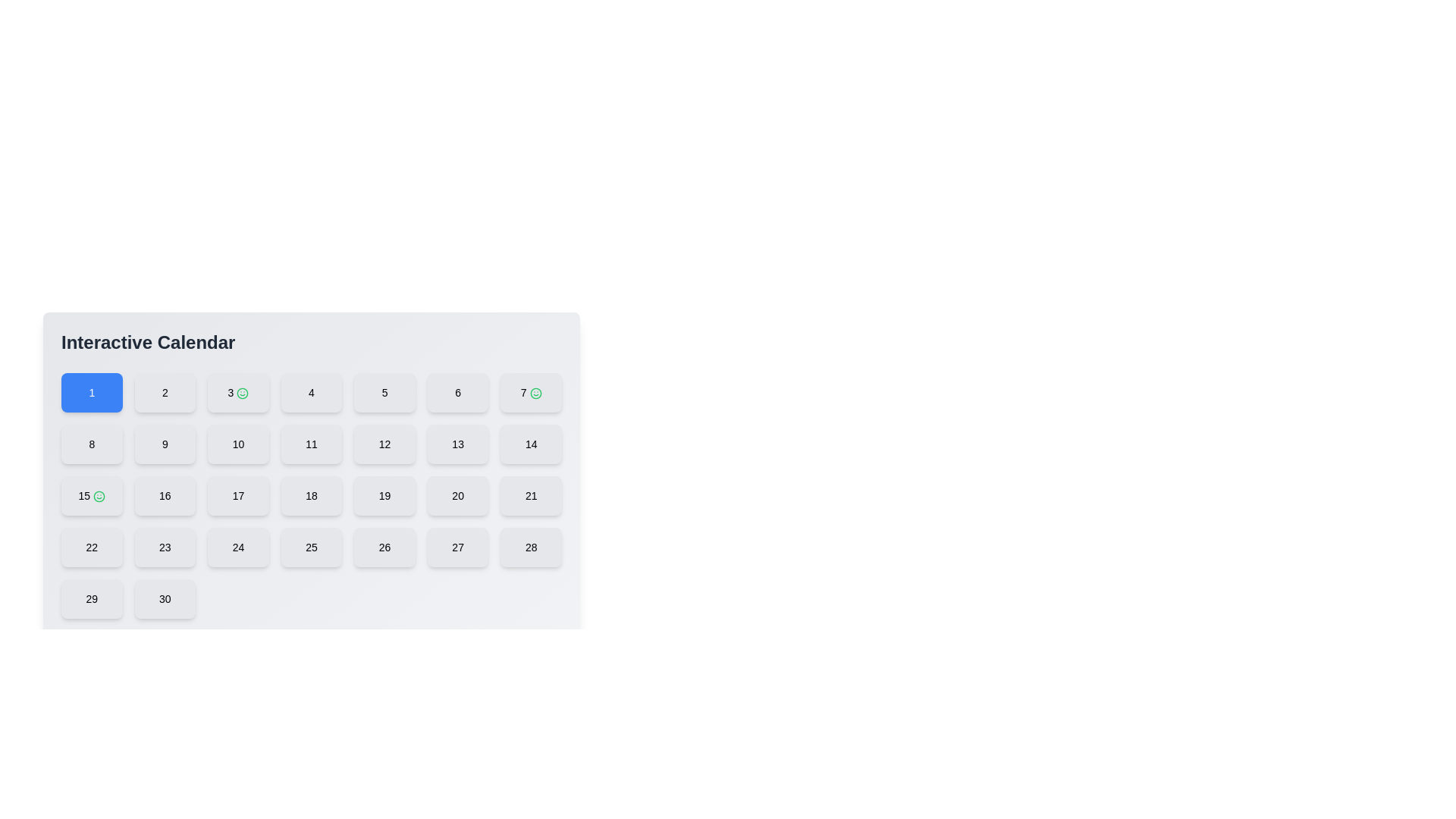 This screenshot has width=1456, height=819. Describe the element at coordinates (99, 497) in the screenshot. I see `the circular smiling face icon with a green outline, located within the button labeled '15' in the calendar layout` at that location.